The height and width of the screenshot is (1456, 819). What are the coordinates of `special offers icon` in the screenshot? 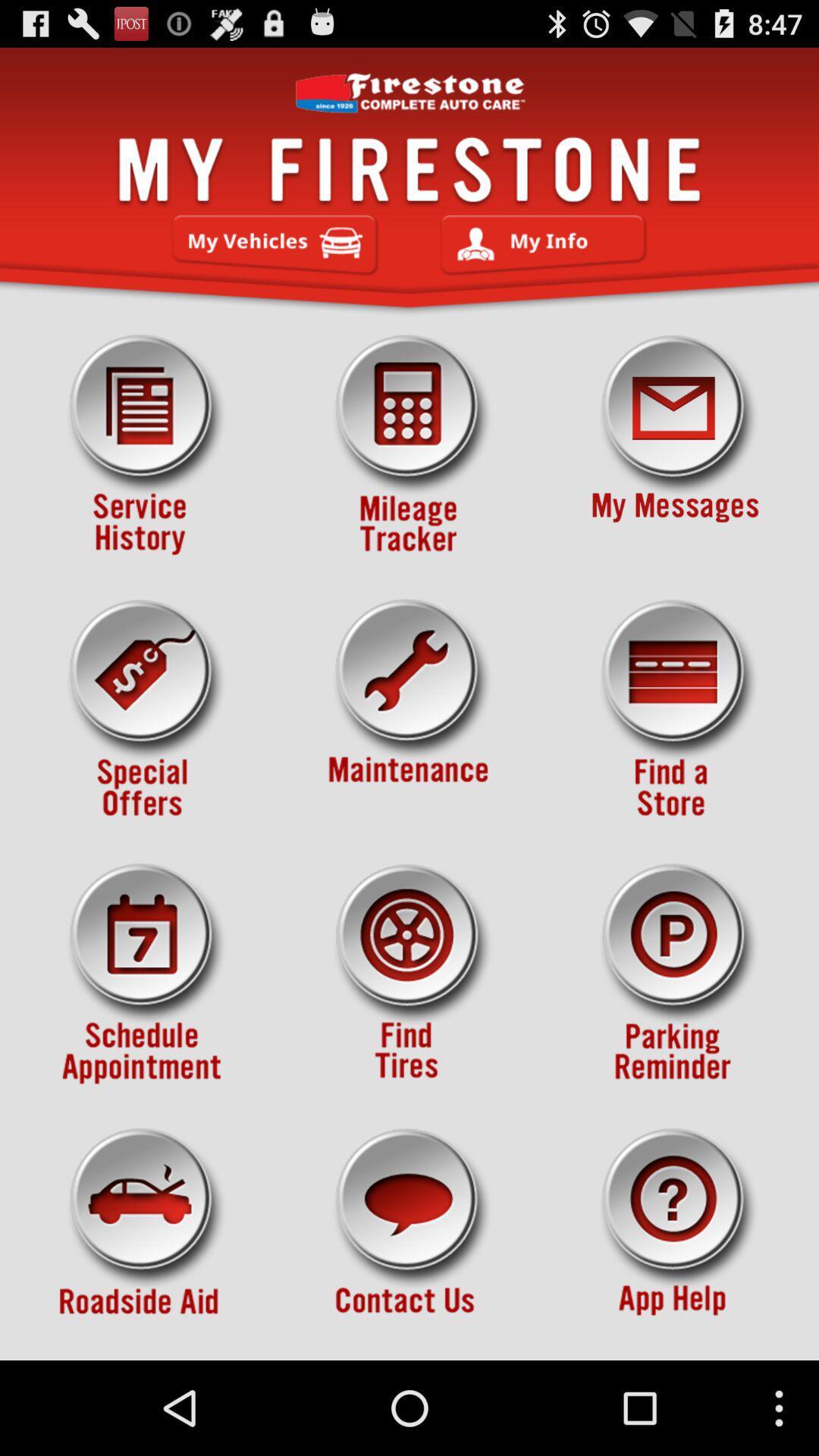 It's located at (143, 709).